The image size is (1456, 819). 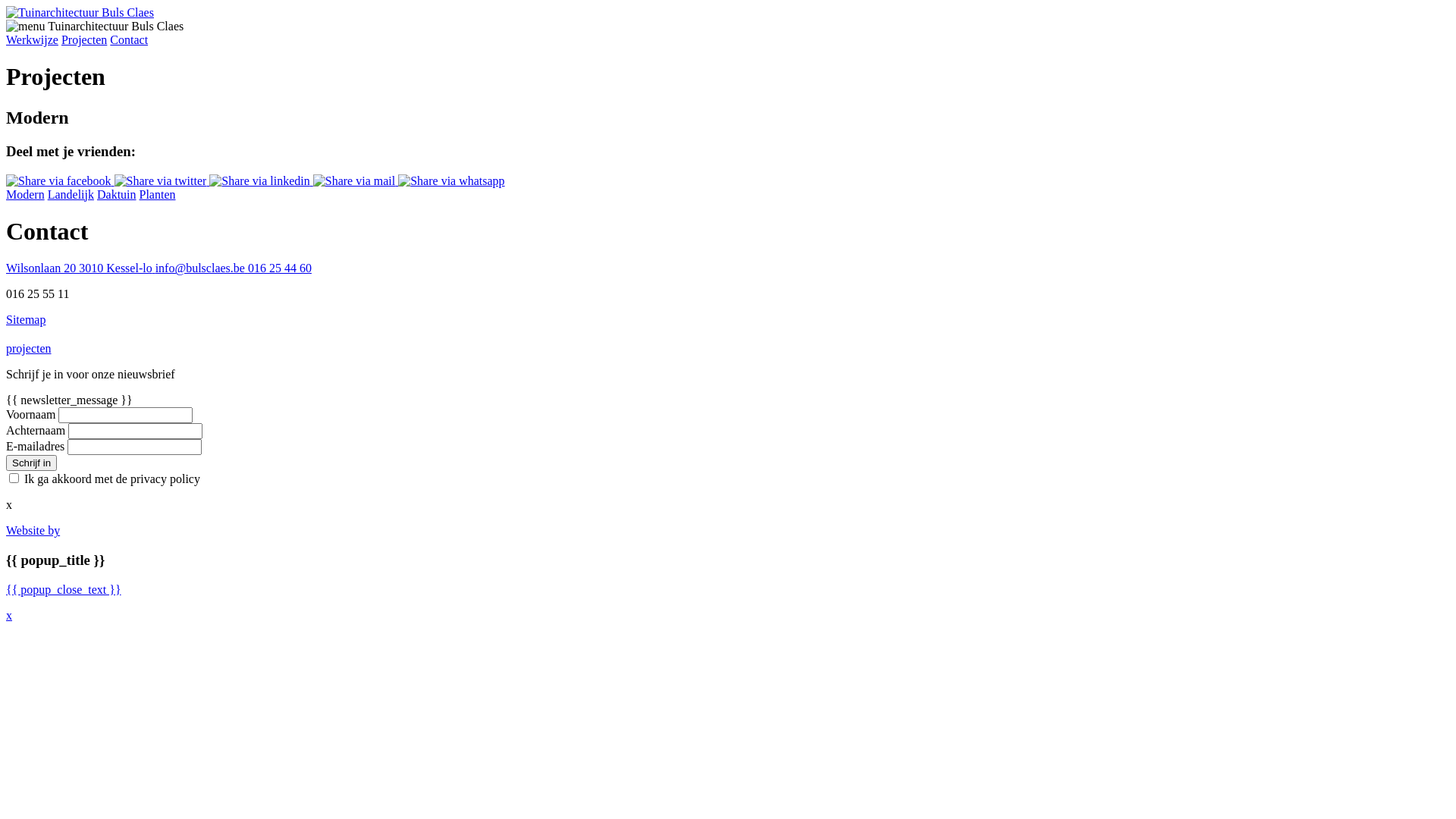 What do you see at coordinates (6, 348) in the screenshot?
I see `'projecten'` at bounding box center [6, 348].